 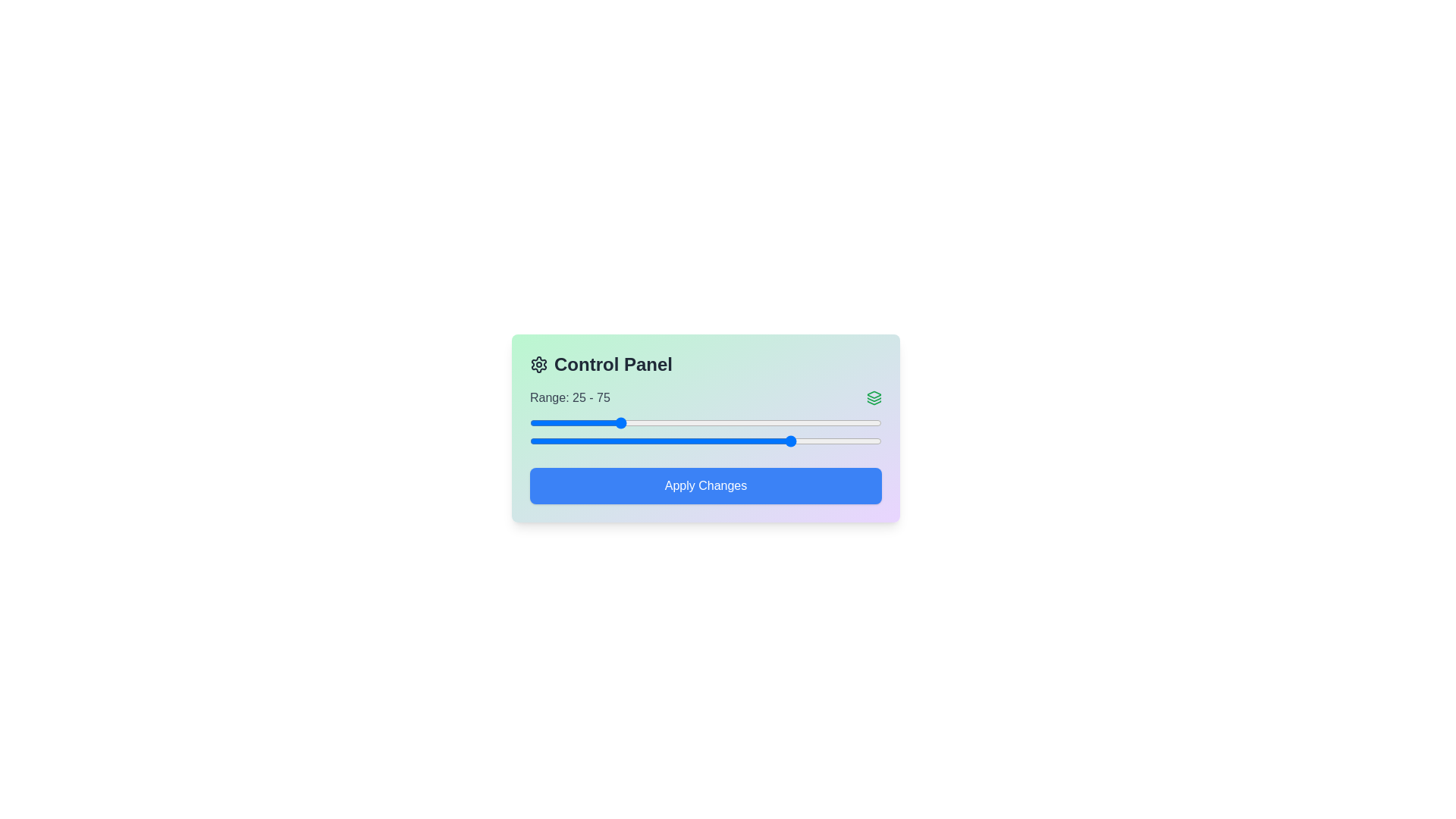 I want to click on the left slider to set the starting value to 53, so click(x=715, y=423).